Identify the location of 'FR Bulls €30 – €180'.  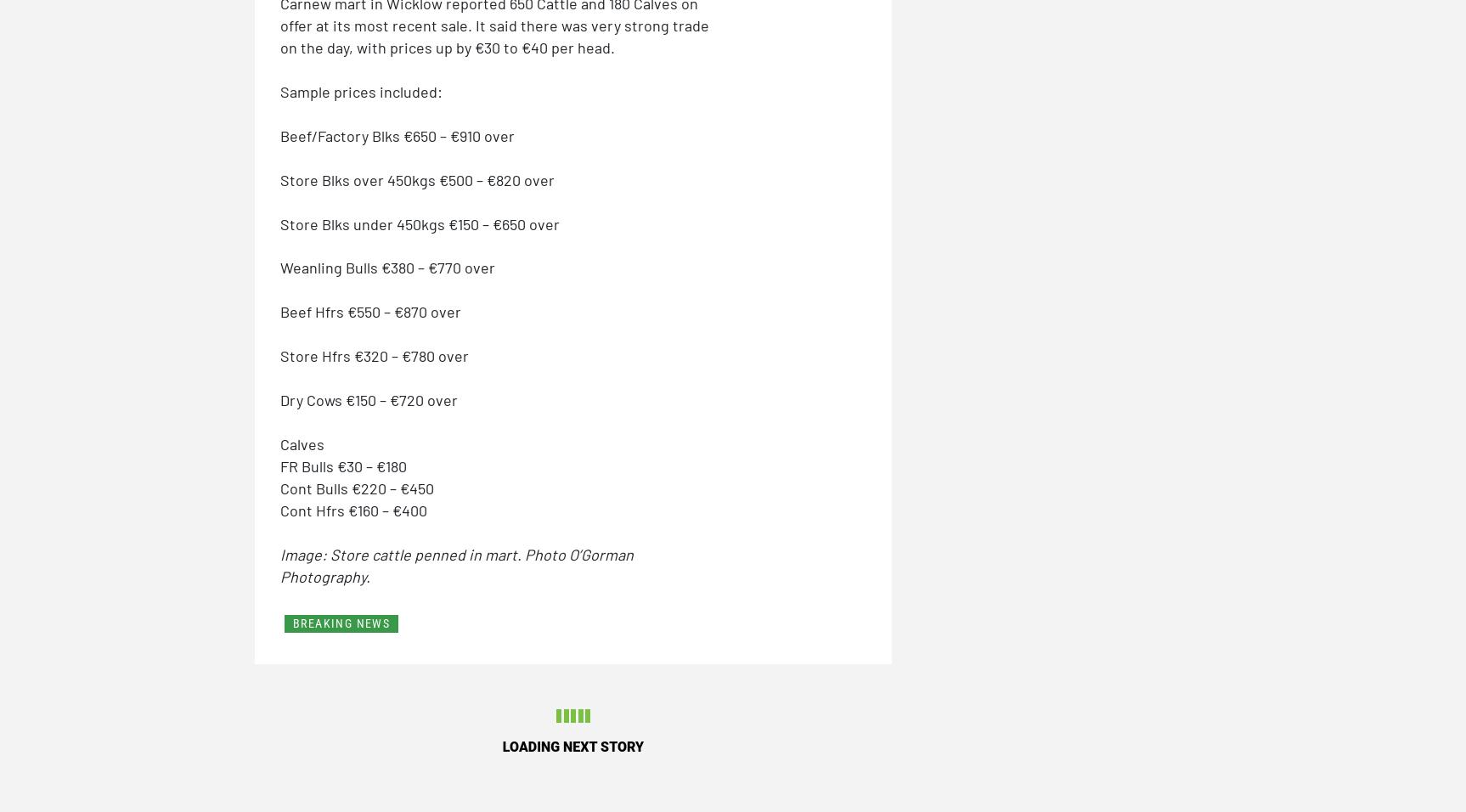
(343, 465).